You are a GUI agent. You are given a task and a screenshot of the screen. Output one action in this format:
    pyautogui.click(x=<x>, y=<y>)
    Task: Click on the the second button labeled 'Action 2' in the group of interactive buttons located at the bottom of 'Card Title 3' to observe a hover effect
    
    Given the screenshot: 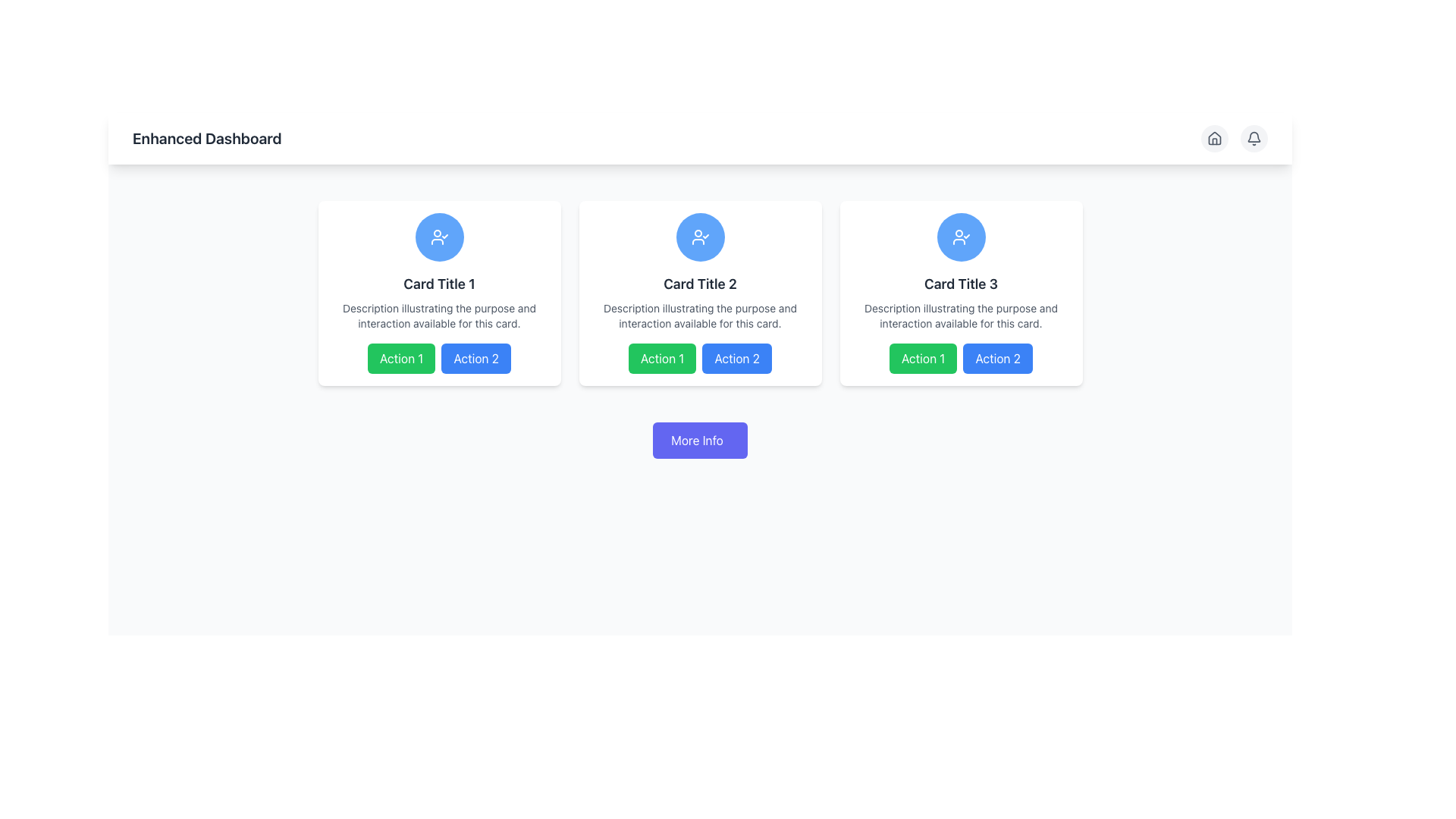 What is the action you would take?
    pyautogui.click(x=960, y=359)
    